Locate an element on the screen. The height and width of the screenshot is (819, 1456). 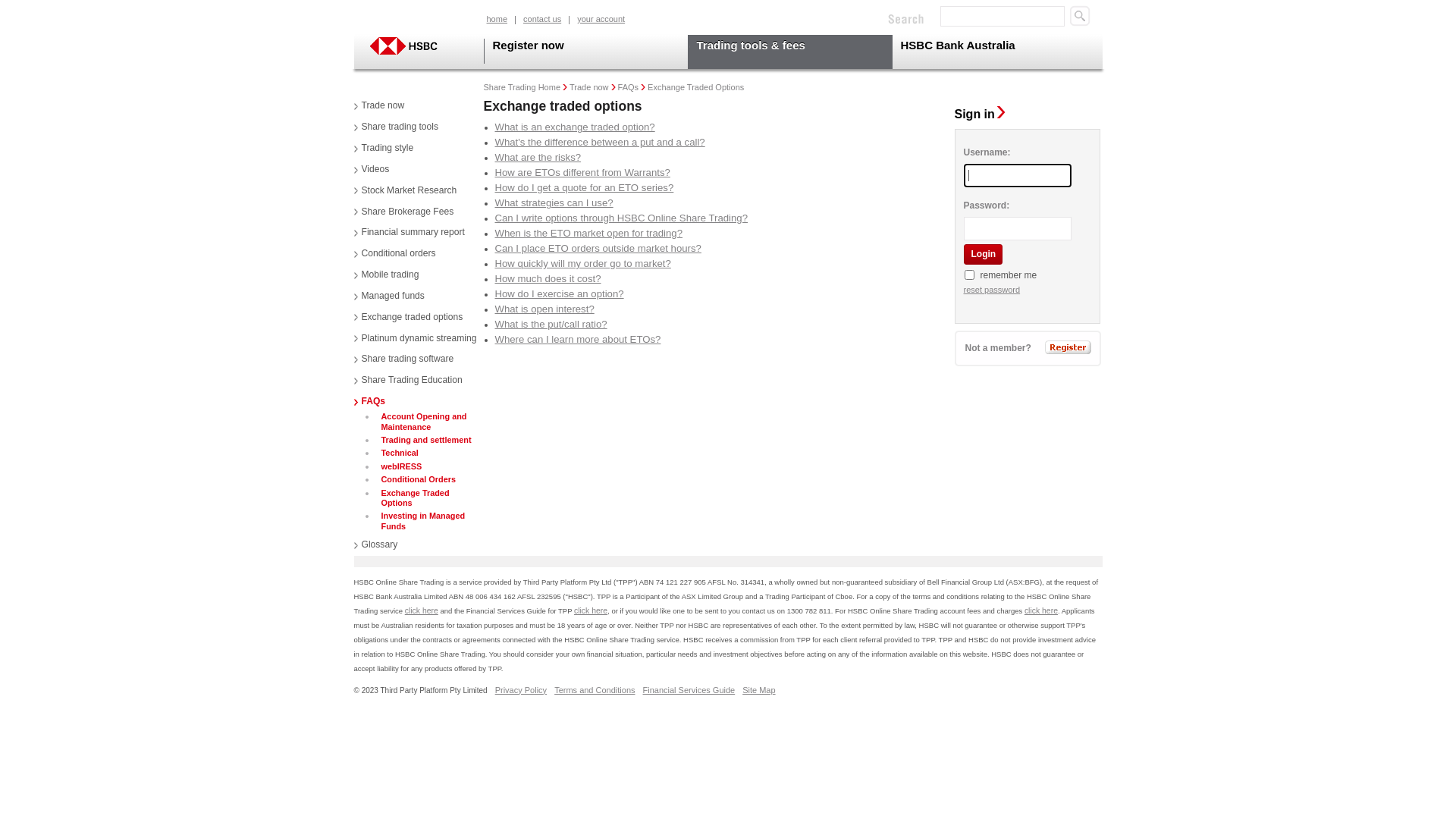
'Can I place ETO orders outside market hours?' is located at coordinates (596, 247).